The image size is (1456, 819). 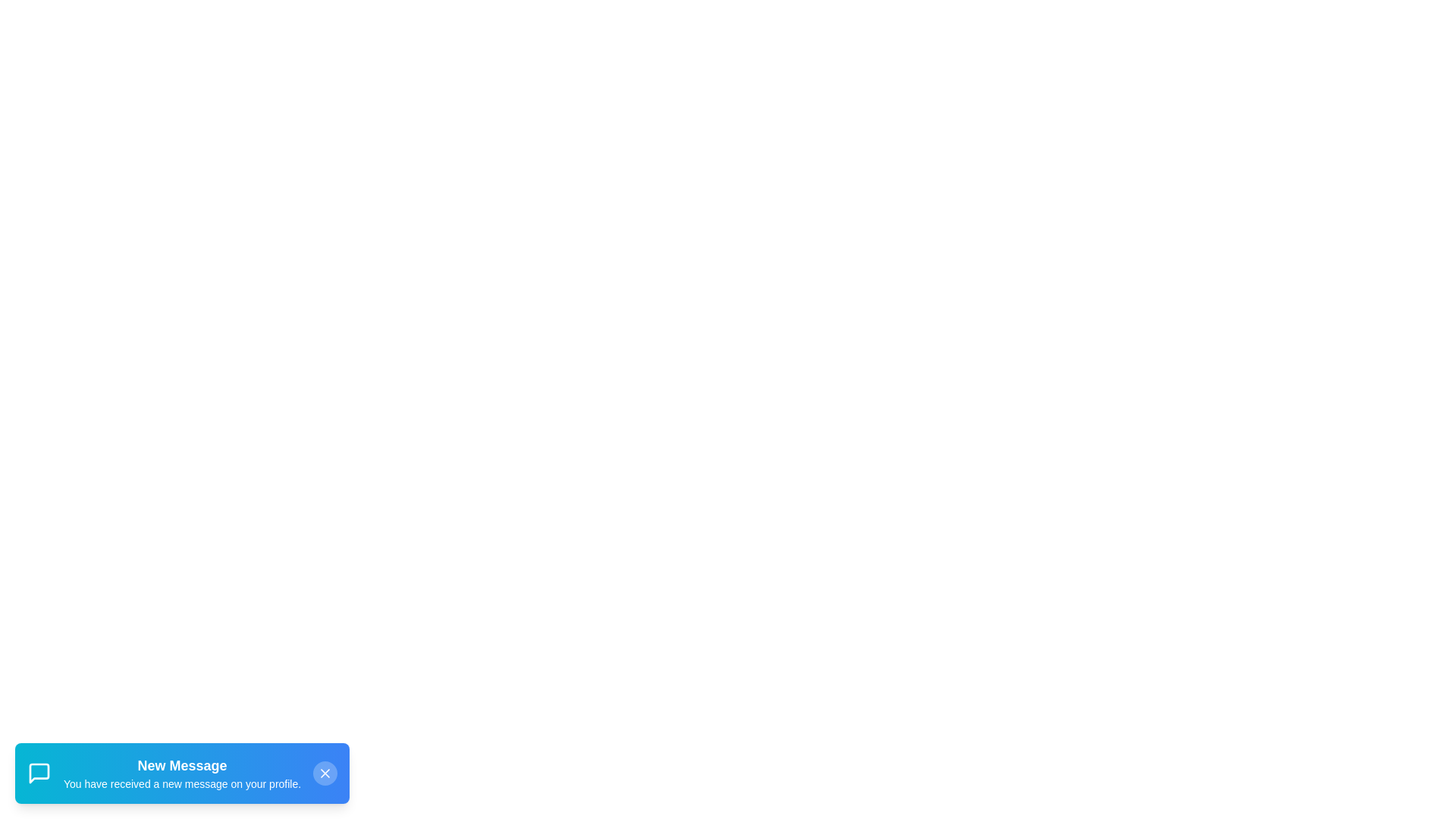 What do you see at coordinates (325, 773) in the screenshot?
I see `the close button to dismiss the snackbar` at bounding box center [325, 773].